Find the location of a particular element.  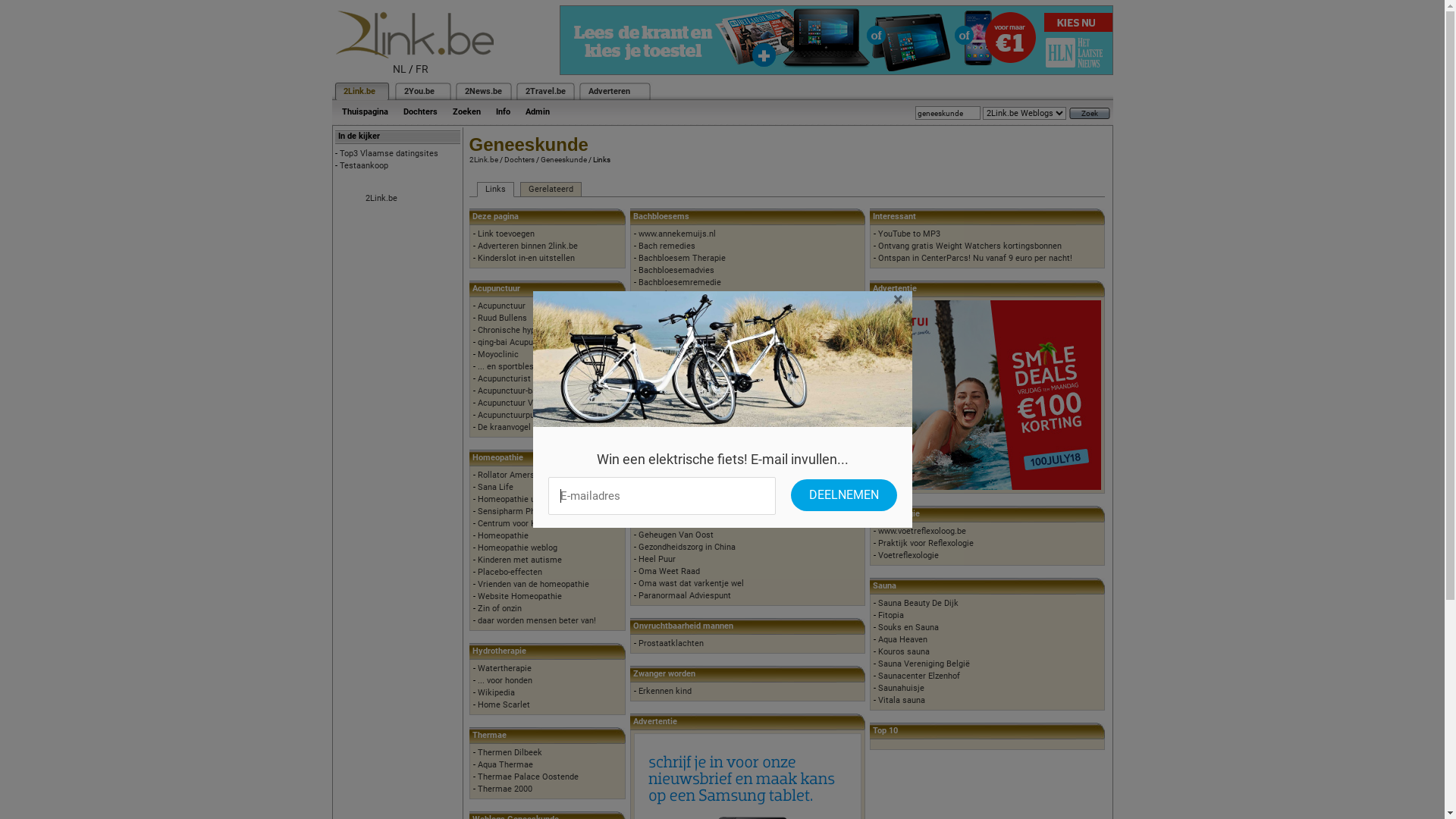

'Sana Life' is located at coordinates (476, 487).